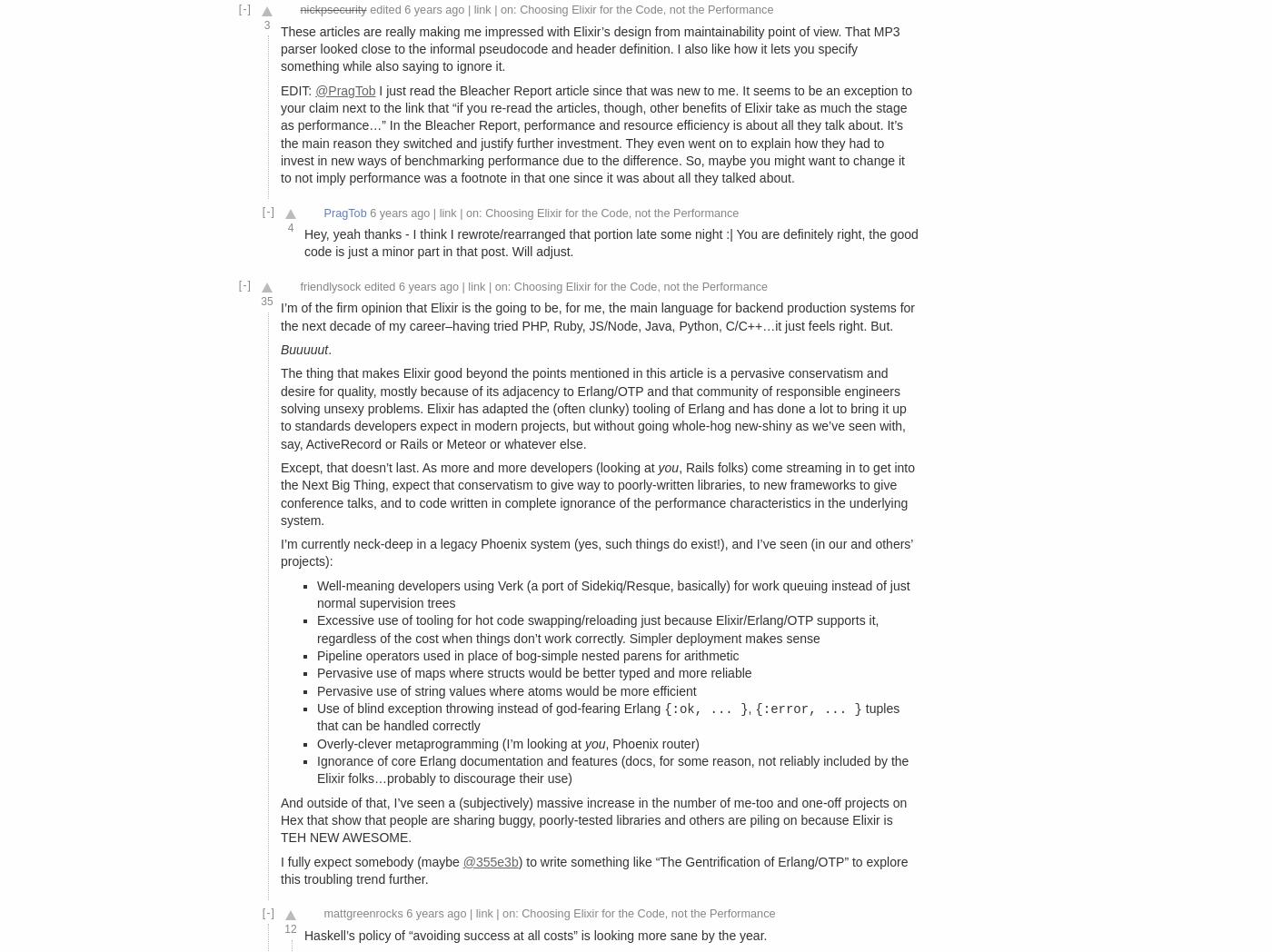 The width and height of the screenshot is (1272, 952). What do you see at coordinates (450, 741) in the screenshot?
I see `'Overly-clever metaprogramming (I’m looking at'` at bounding box center [450, 741].